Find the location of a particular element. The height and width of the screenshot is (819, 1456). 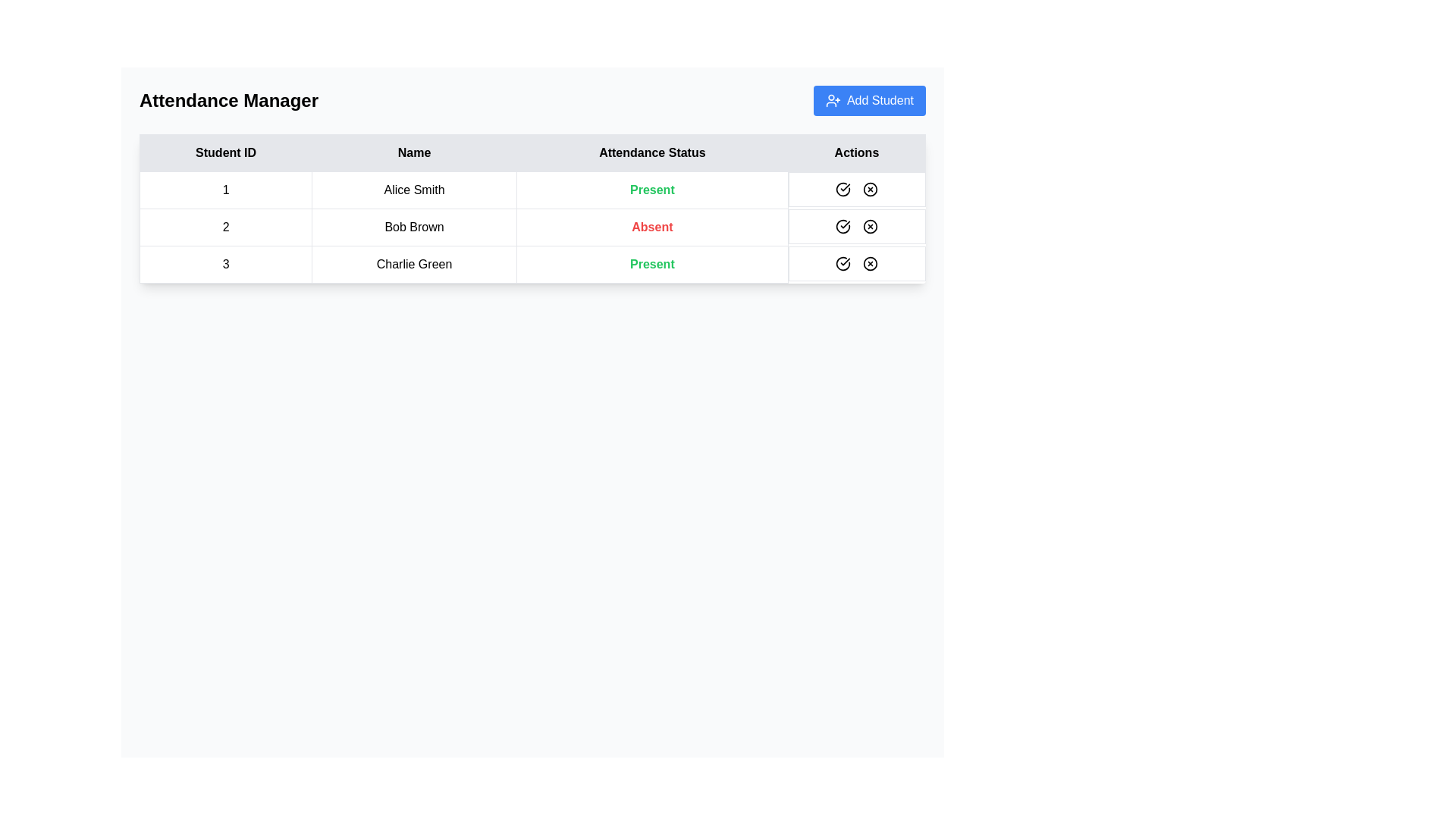

displayed numeral '3' in the 'Student ID' column of the table row for 'Charlie Green' is located at coordinates (225, 263).